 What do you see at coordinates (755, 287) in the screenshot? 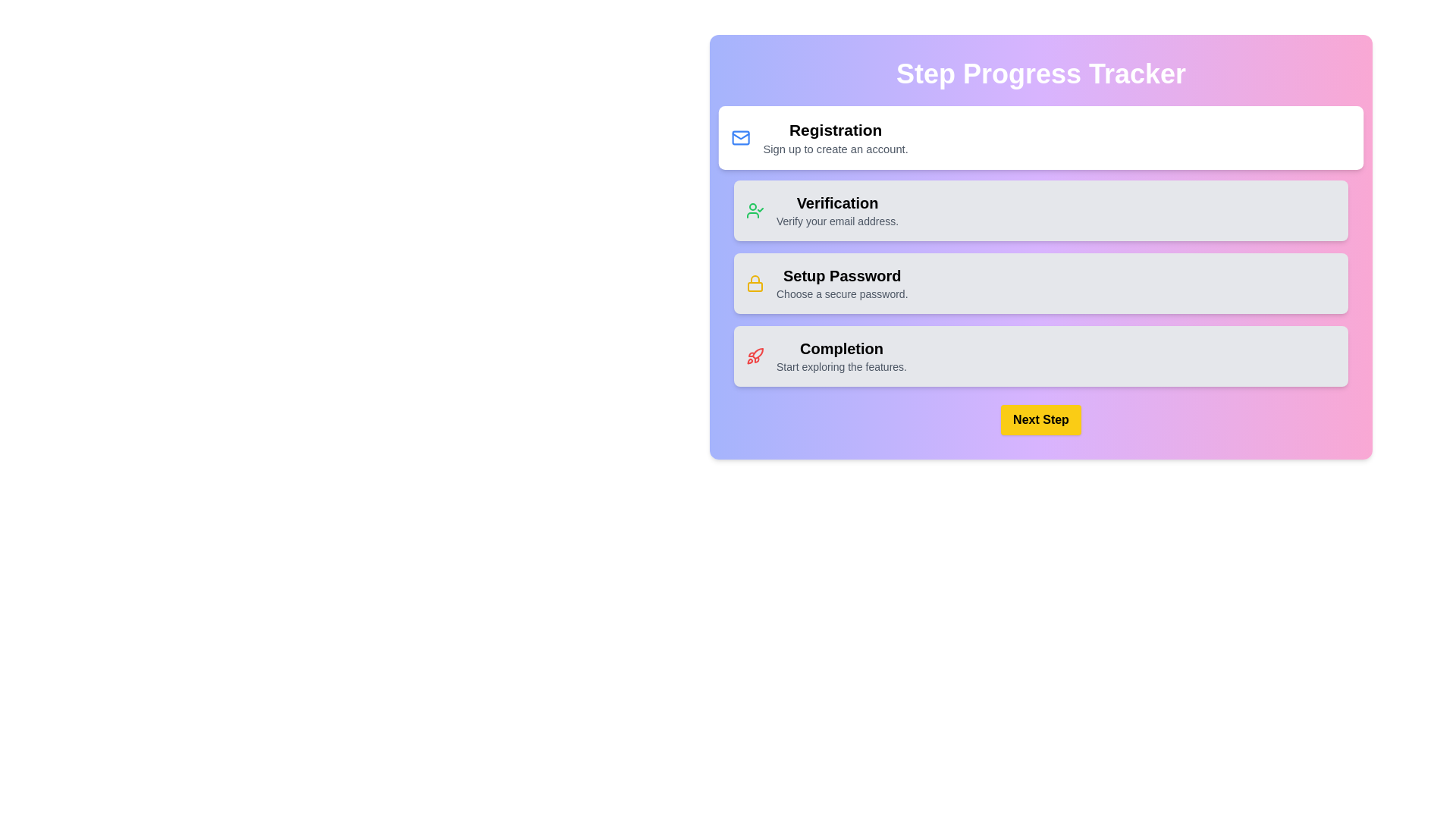
I see `the lower rectangular component of the lock icon, which visually represents the secure part of the lock and symbolizes security or restricted access` at bounding box center [755, 287].